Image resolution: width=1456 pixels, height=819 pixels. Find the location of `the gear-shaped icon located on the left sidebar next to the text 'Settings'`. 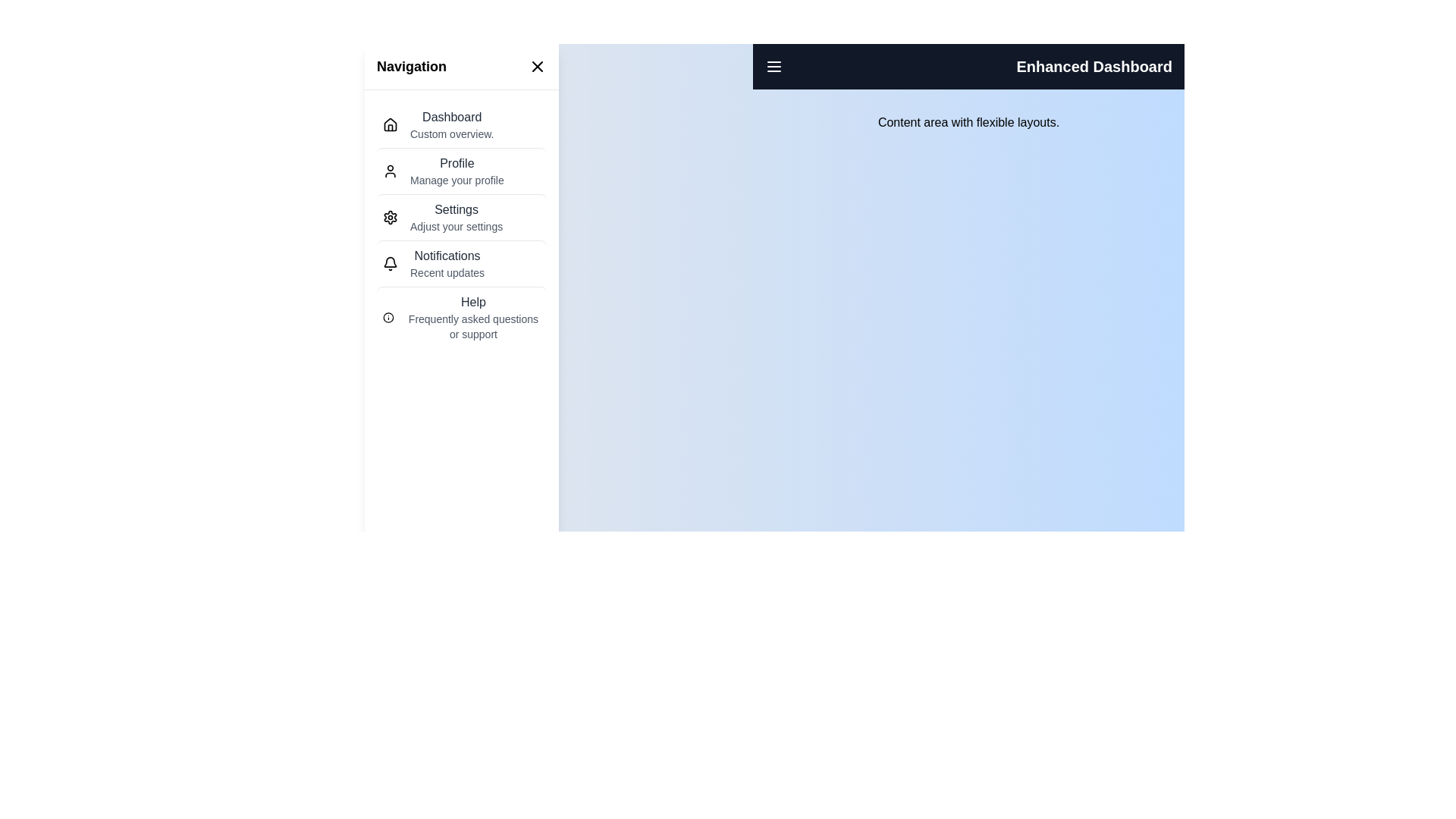

the gear-shaped icon located on the left sidebar next to the text 'Settings' is located at coordinates (390, 217).